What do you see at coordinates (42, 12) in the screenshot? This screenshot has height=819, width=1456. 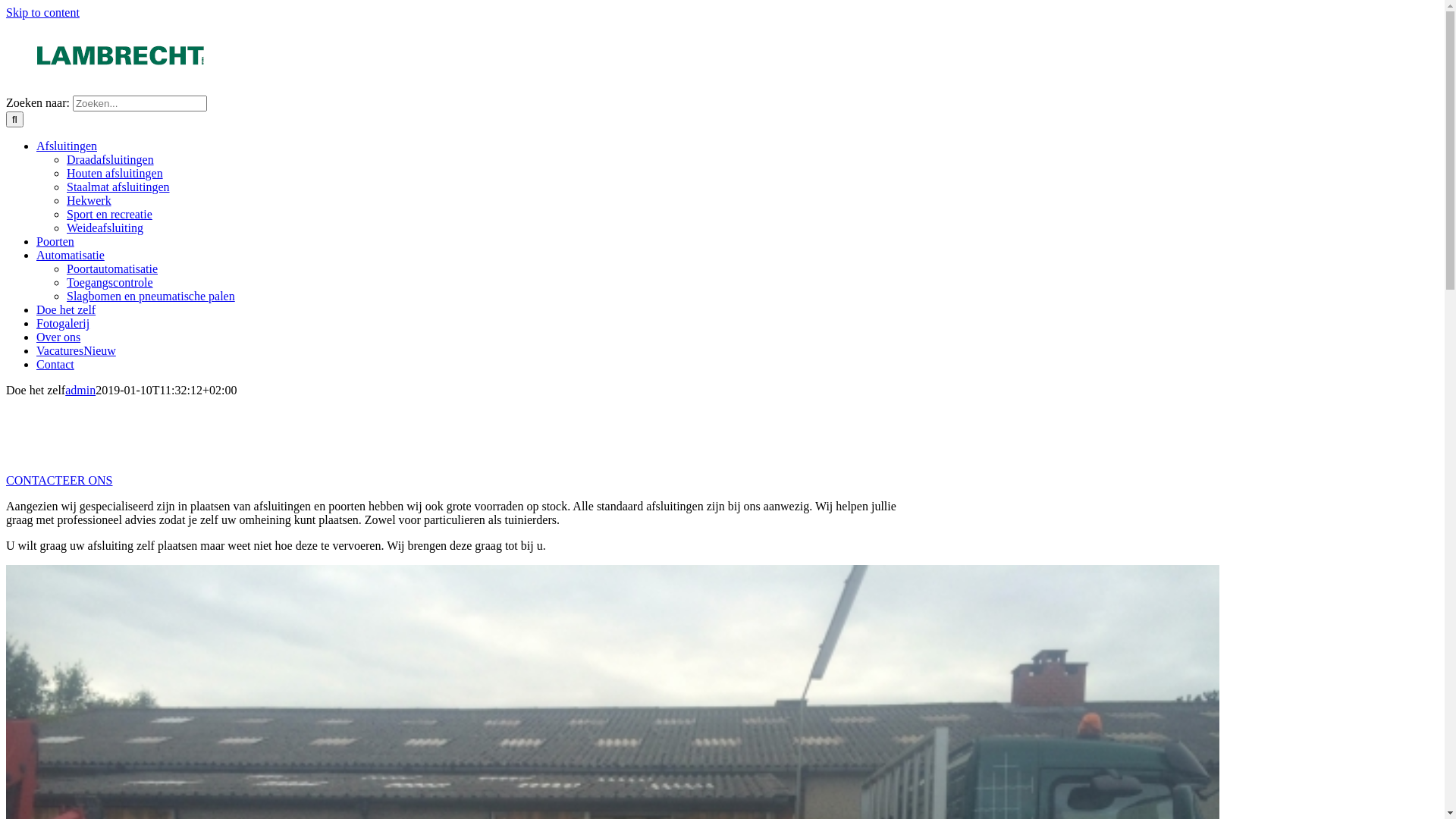 I see `'Skip to content'` at bounding box center [42, 12].